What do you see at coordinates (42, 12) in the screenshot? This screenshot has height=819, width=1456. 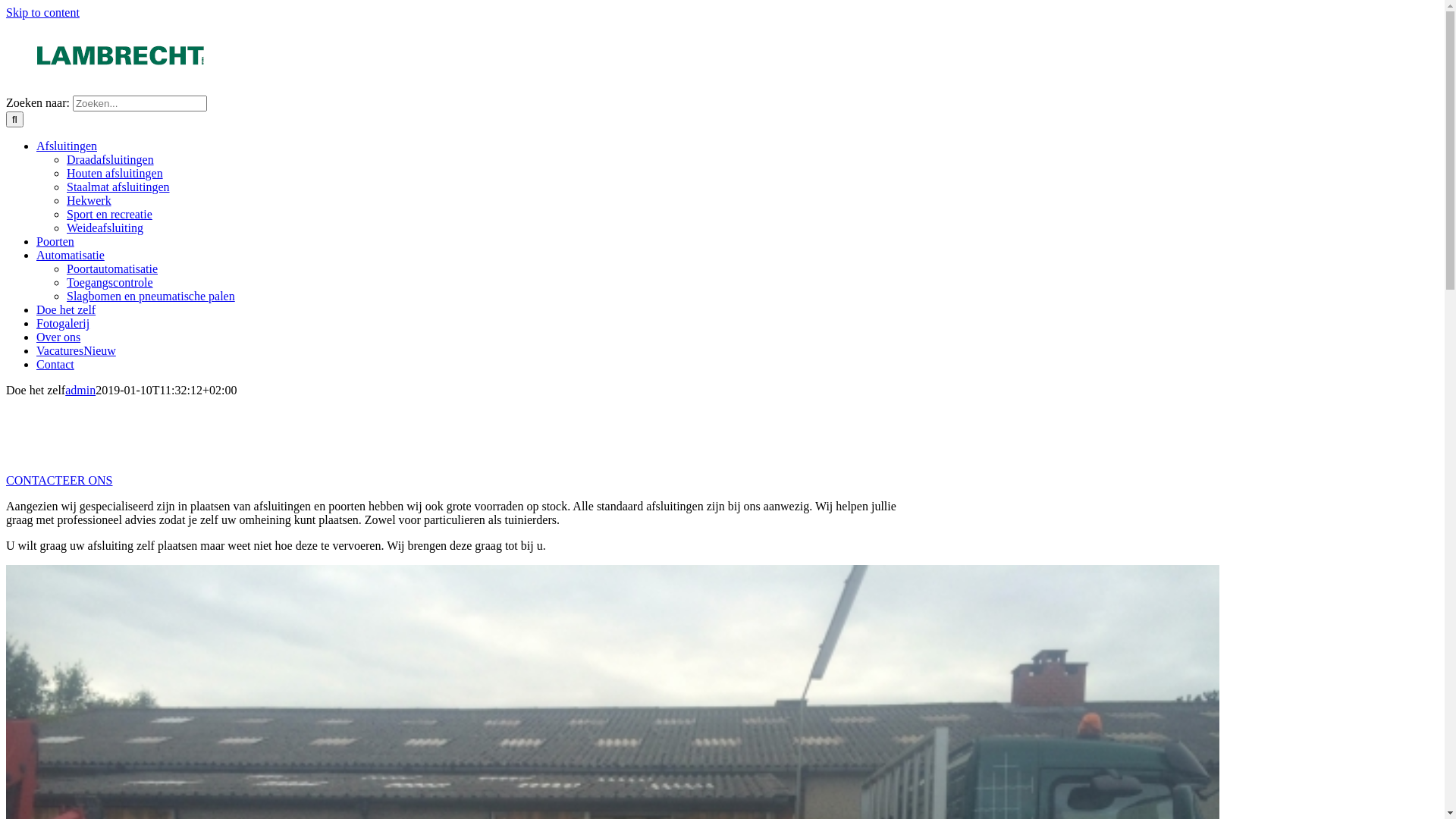 I see `'Skip to content'` at bounding box center [42, 12].